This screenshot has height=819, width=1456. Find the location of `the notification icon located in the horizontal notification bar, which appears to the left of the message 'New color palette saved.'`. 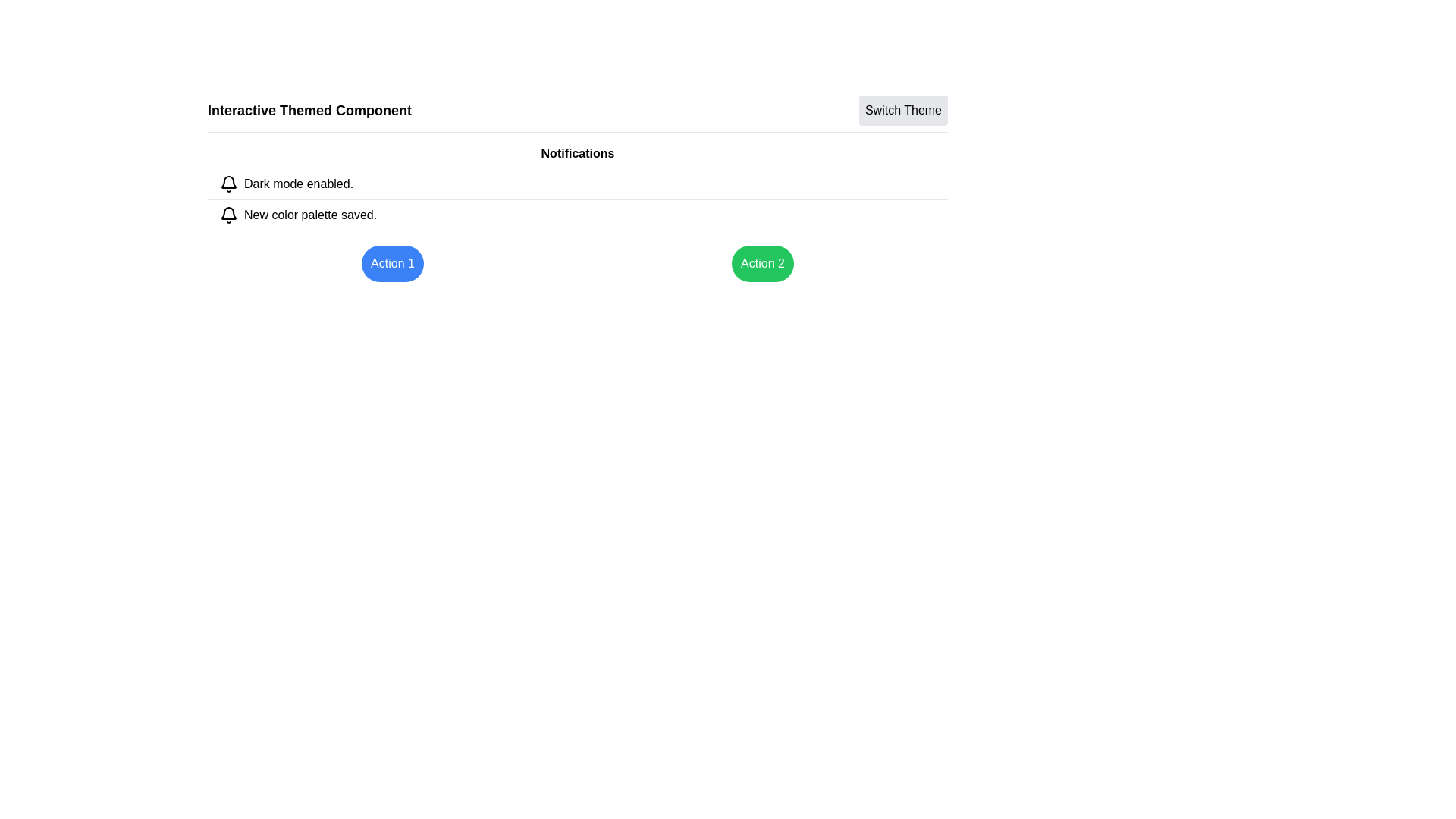

the notification icon located in the horizontal notification bar, which appears to the left of the message 'New color palette saved.' is located at coordinates (228, 215).